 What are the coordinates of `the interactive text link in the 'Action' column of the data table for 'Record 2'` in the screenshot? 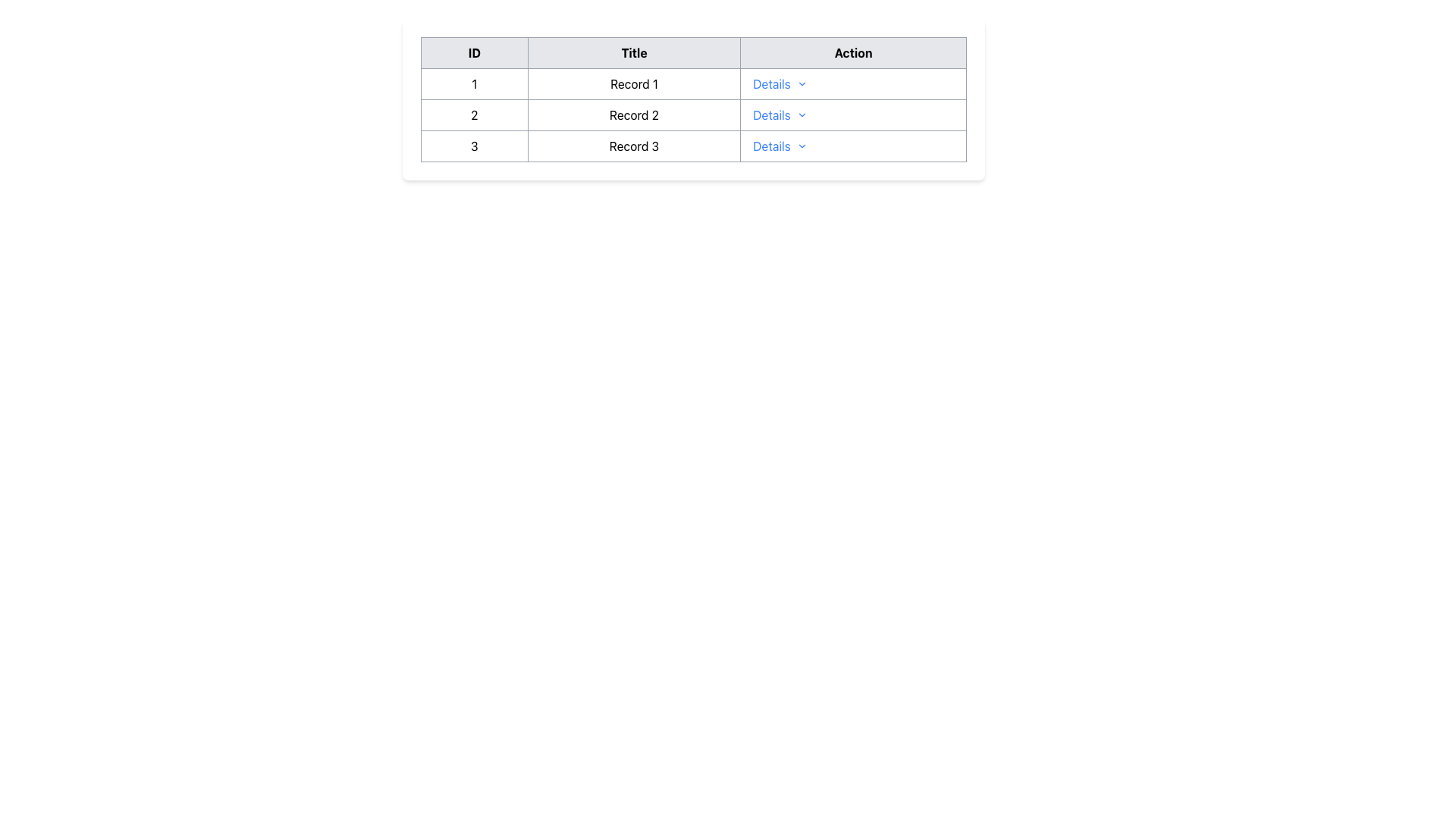 It's located at (780, 114).